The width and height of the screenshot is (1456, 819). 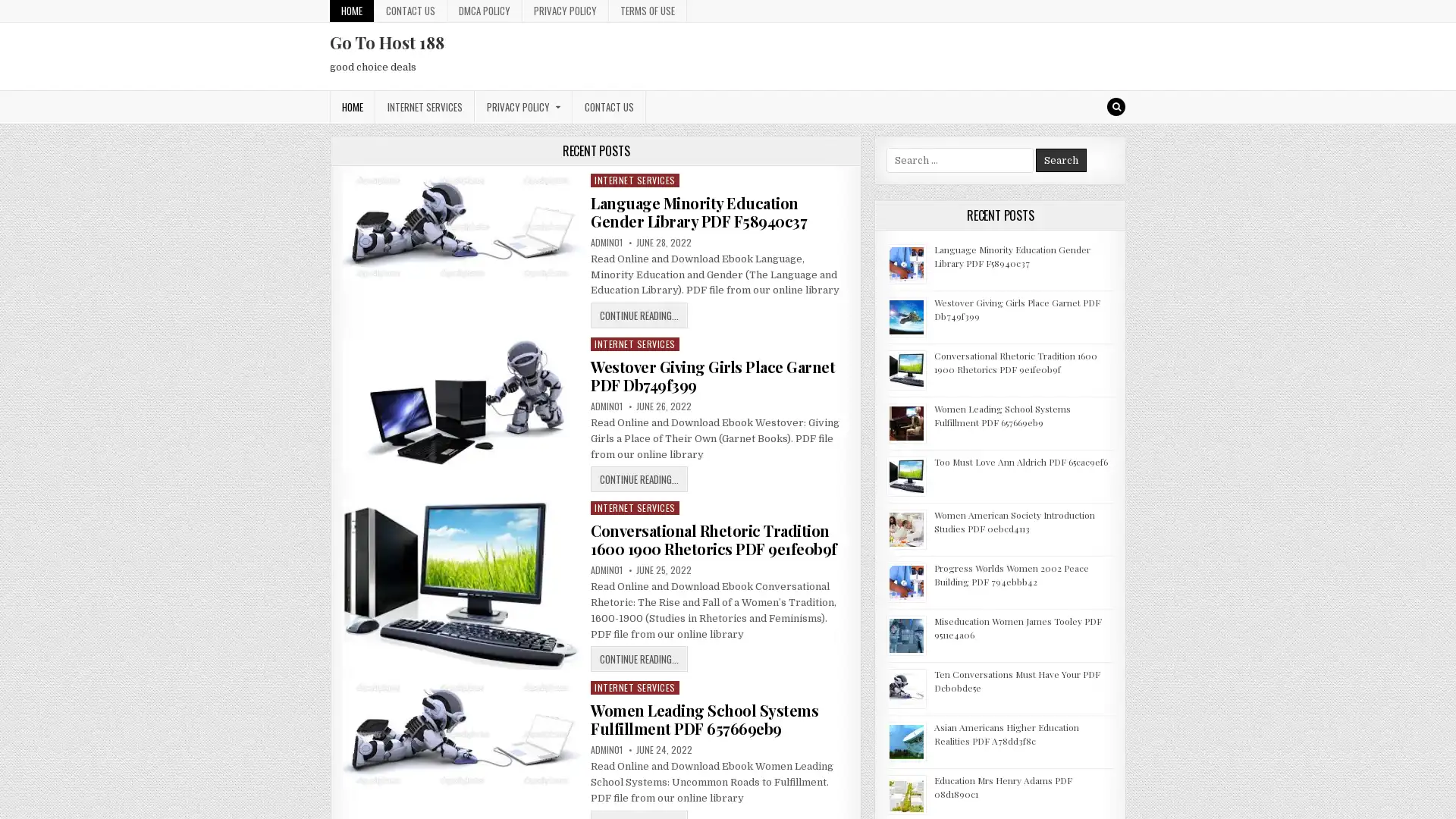 What do you see at coordinates (1060, 160) in the screenshot?
I see `Search` at bounding box center [1060, 160].